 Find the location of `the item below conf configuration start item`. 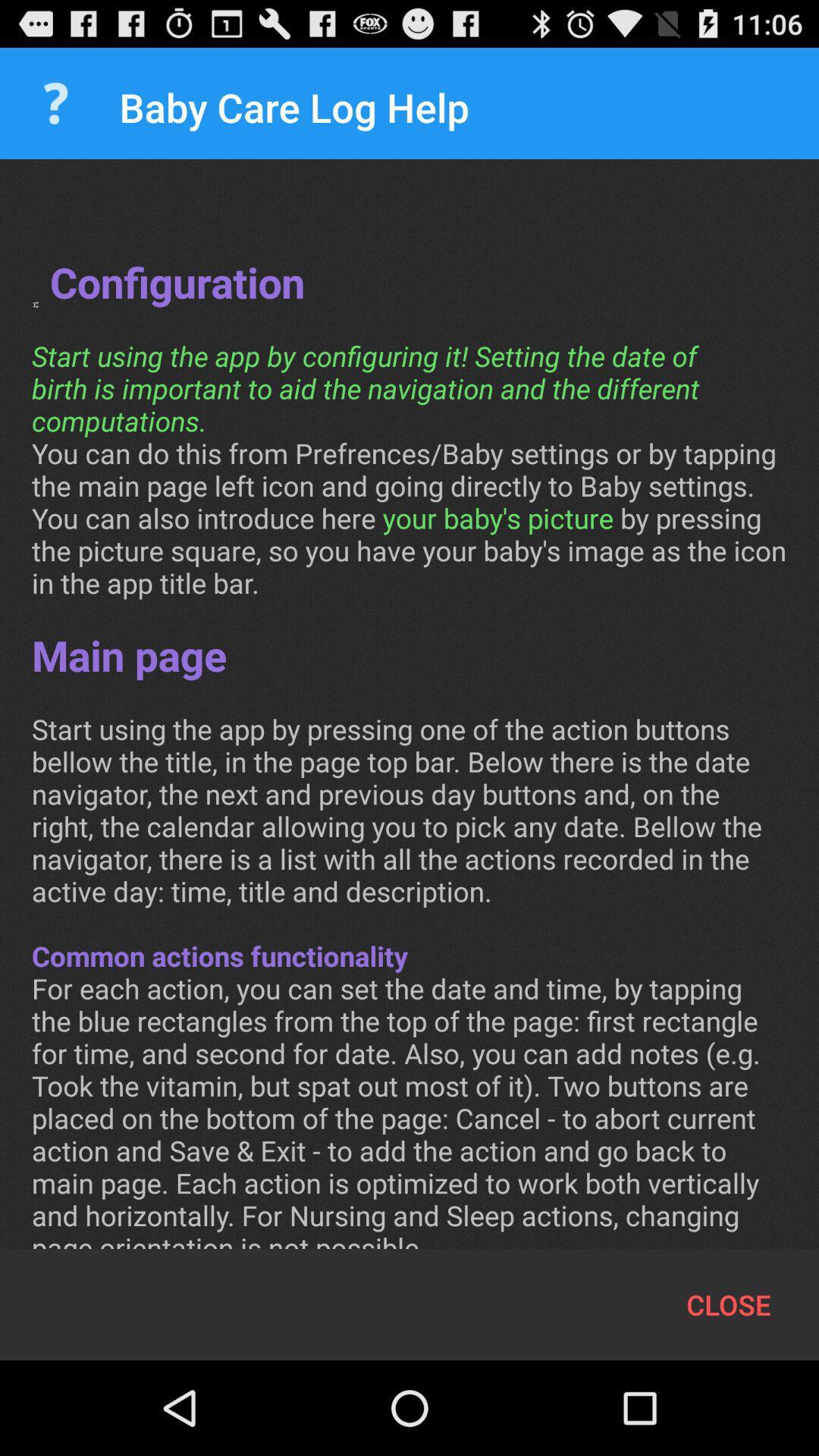

the item below conf configuration start item is located at coordinates (728, 1304).